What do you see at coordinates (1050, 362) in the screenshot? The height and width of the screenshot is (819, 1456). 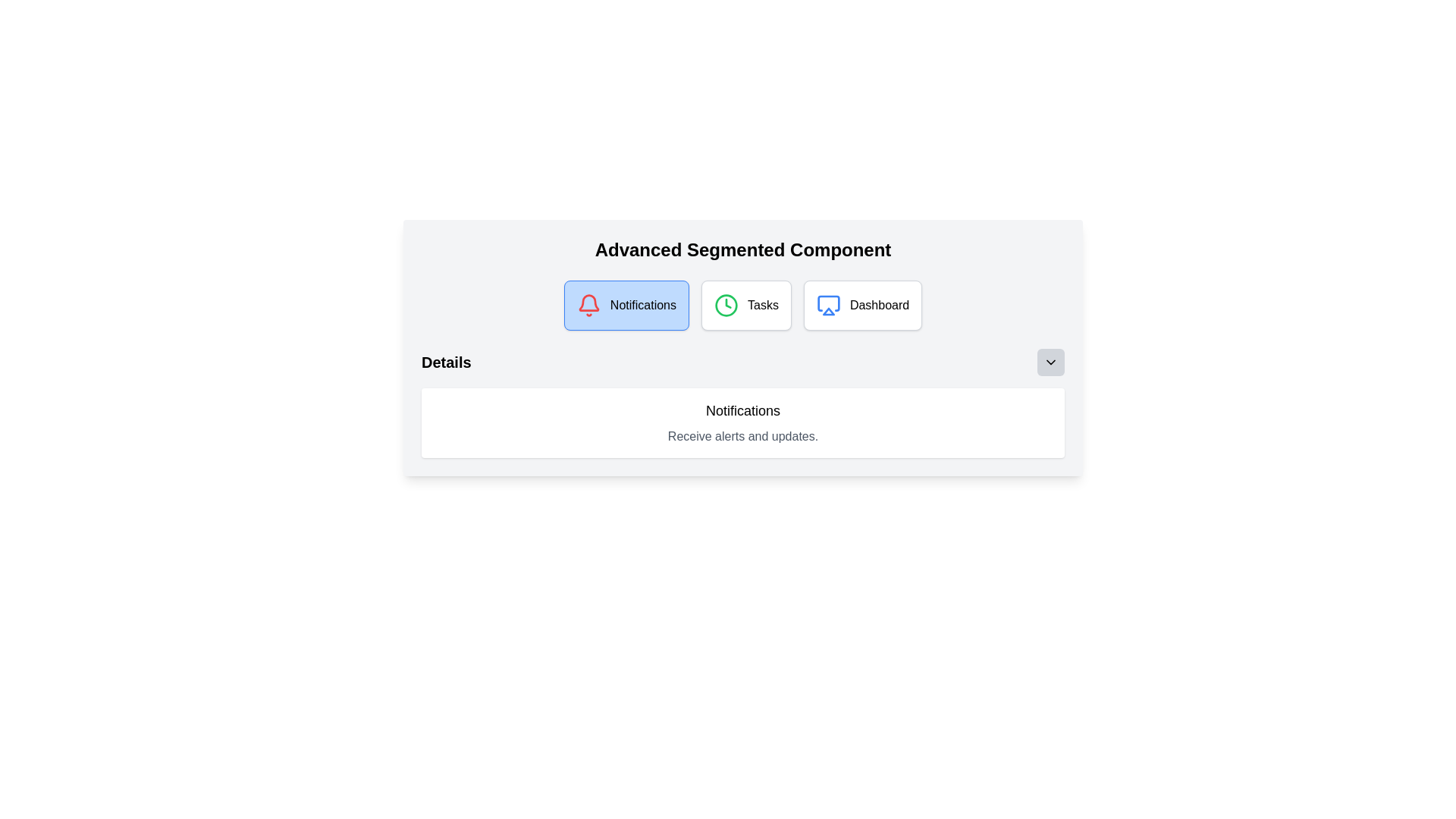 I see `the square button with rounded corners and a chevron-down icon, located to the right of the 'Details' title section` at bounding box center [1050, 362].